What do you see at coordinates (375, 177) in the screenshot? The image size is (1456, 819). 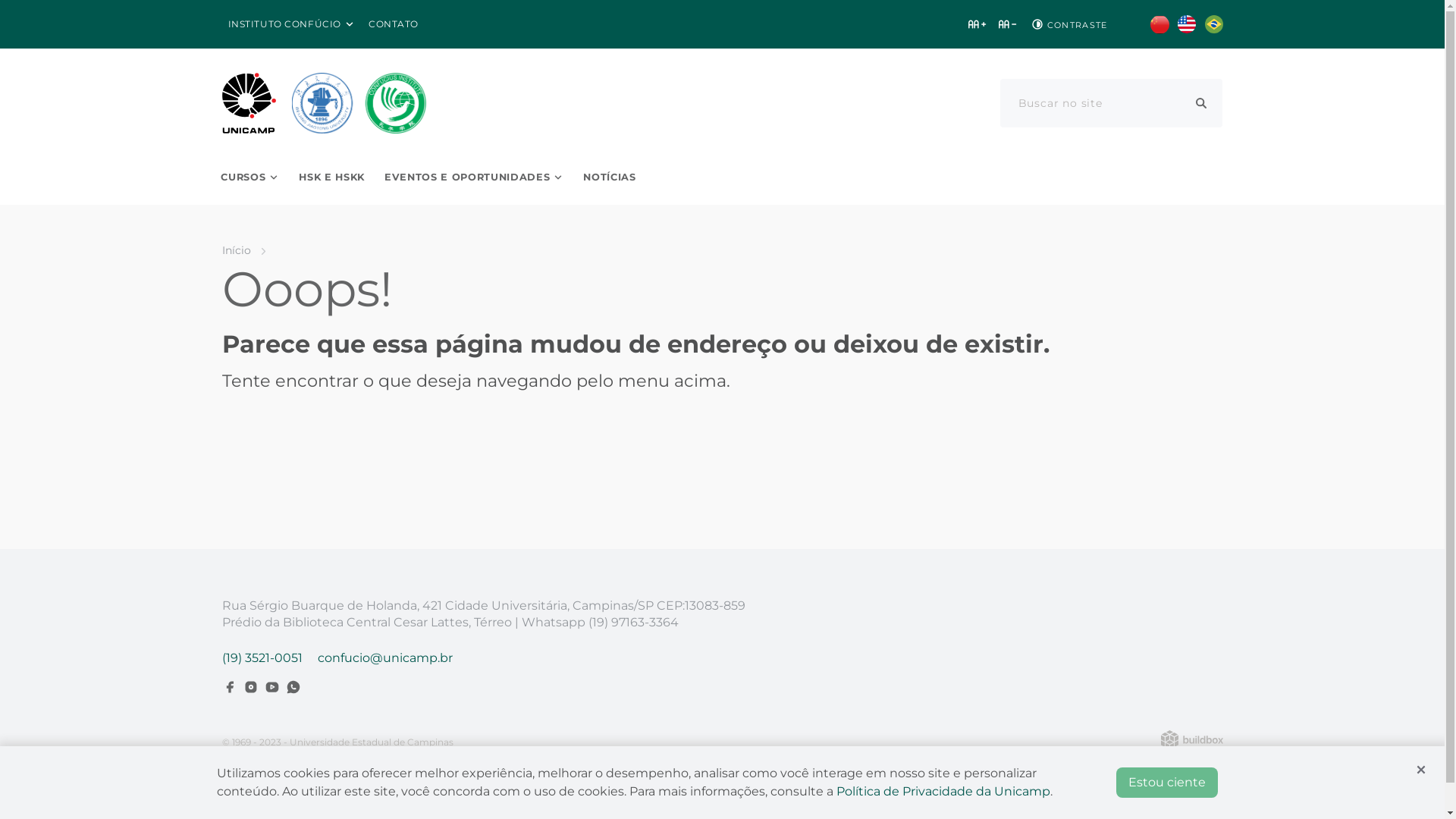 I see `'EVENTOS E OPORTUNIDADES'` at bounding box center [375, 177].